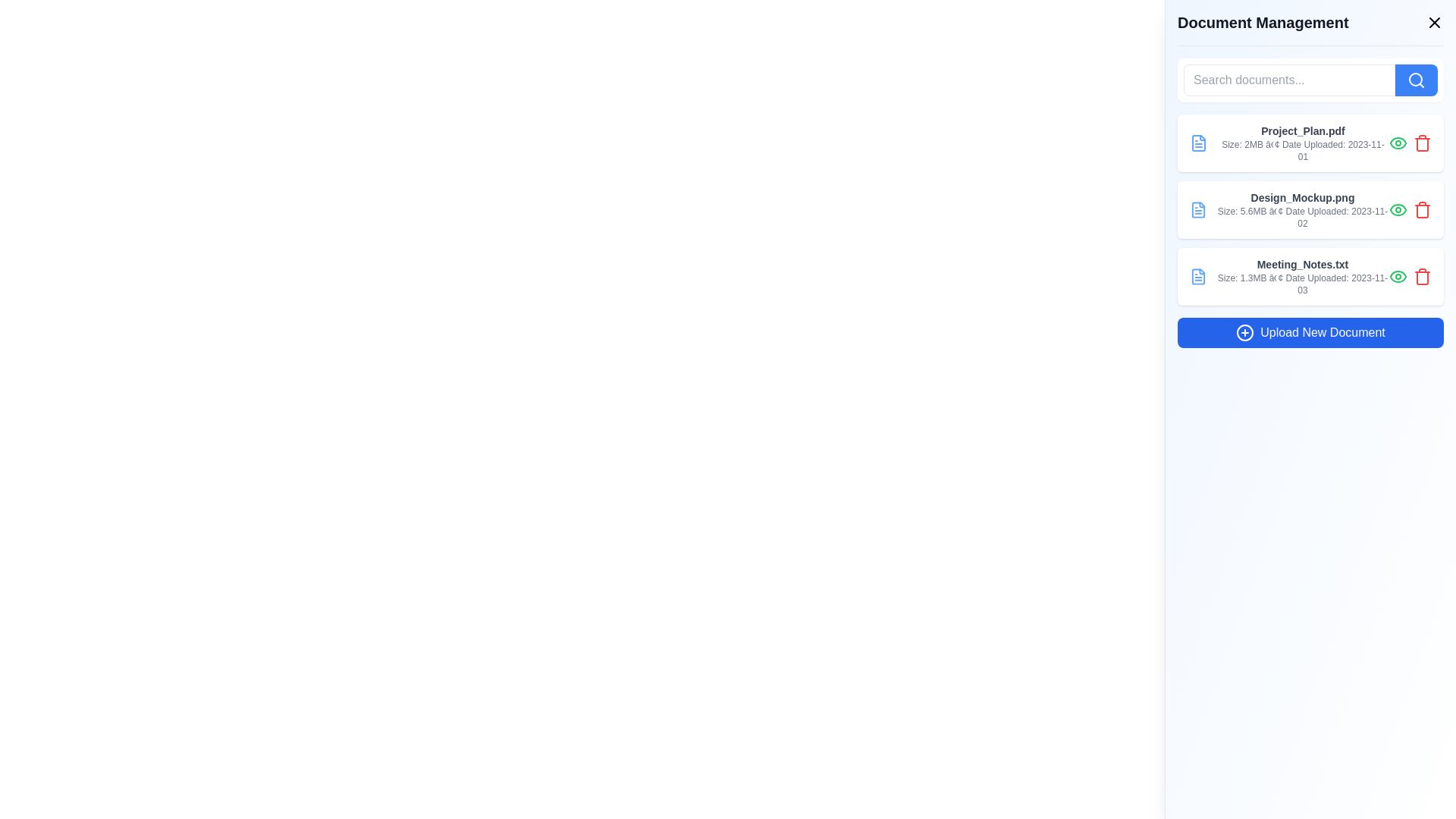  What do you see at coordinates (1422, 143) in the screenshot?
I see `the red trash can icon located at the rightmost position in the group of icons` at bounding box center [1422, 143].